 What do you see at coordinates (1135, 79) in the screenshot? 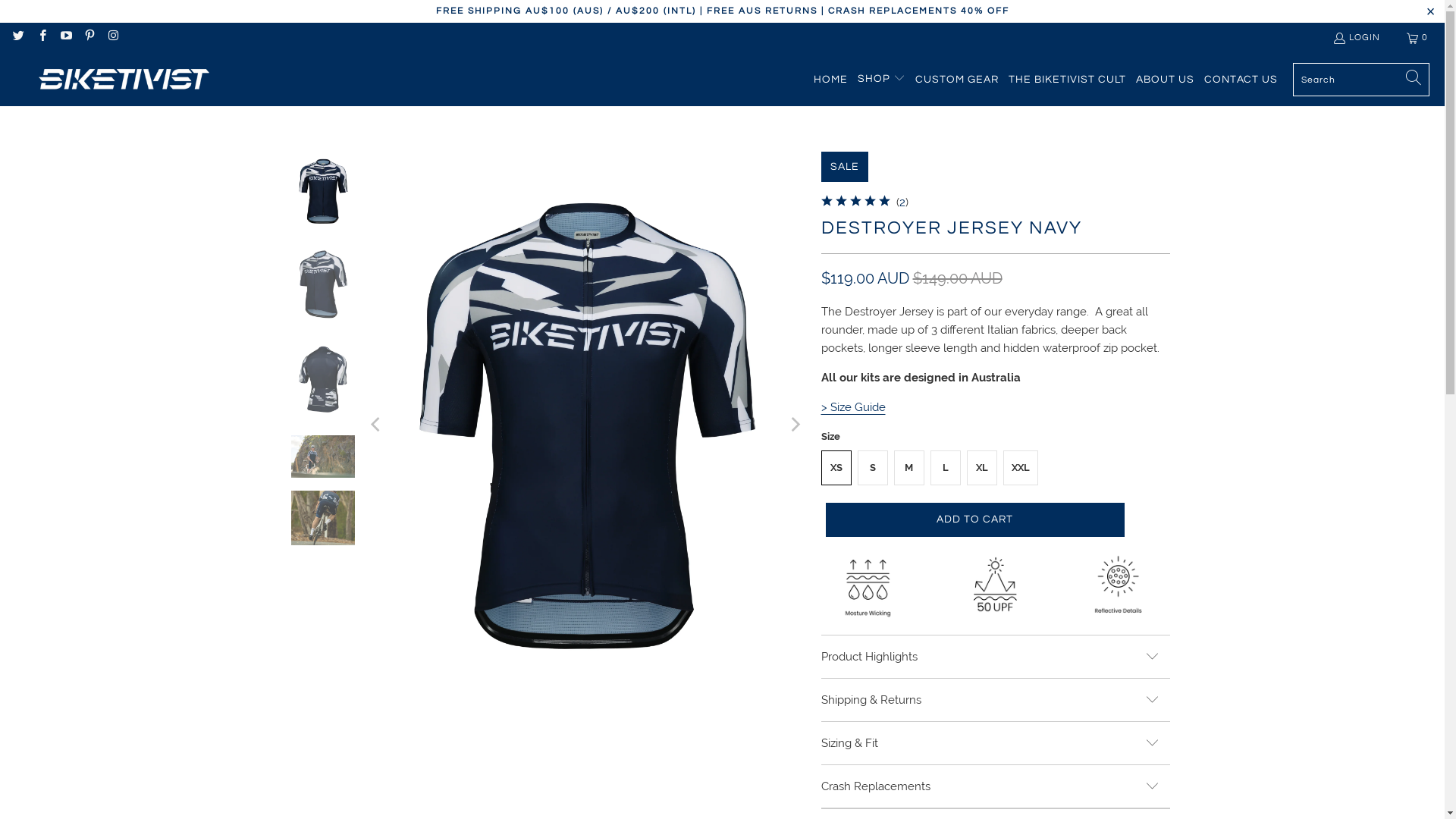
I see `'ABOUT US'` at bounding box center [1135, 79].